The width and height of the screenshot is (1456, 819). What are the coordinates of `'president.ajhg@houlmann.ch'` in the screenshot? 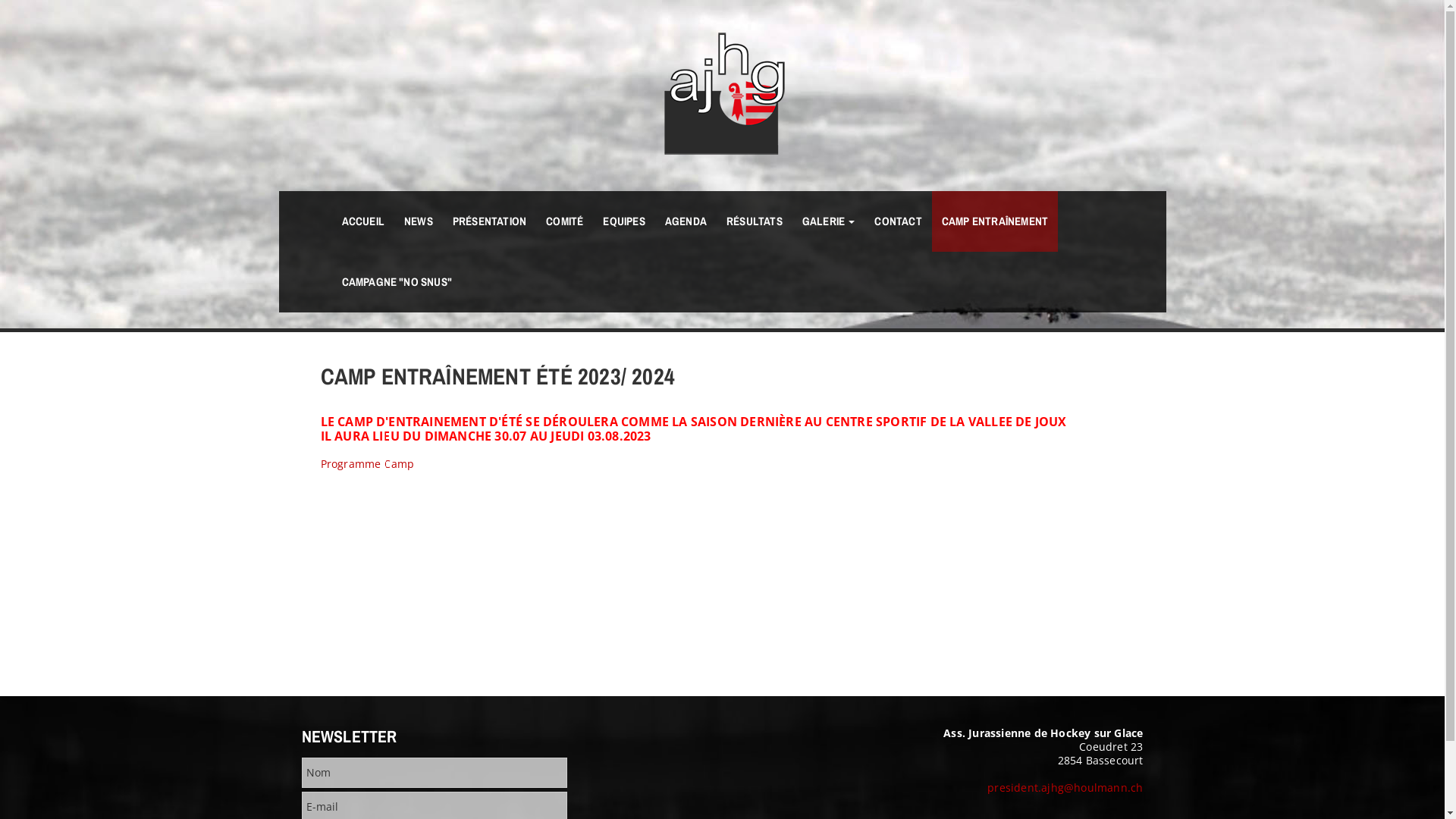 It's located at (1064, 786).